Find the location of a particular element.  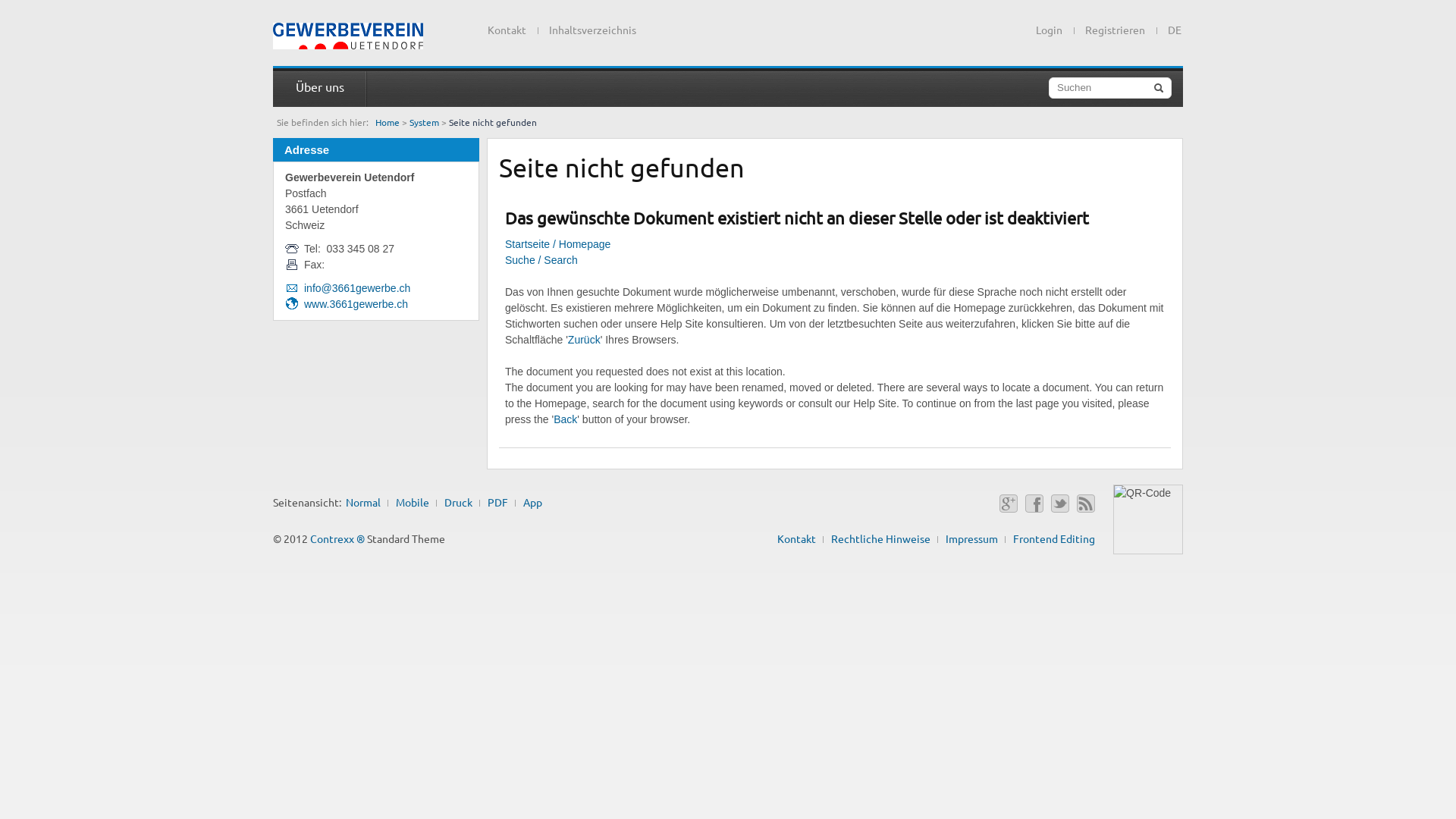

'Impressum' is located at coordinates (971, 537).